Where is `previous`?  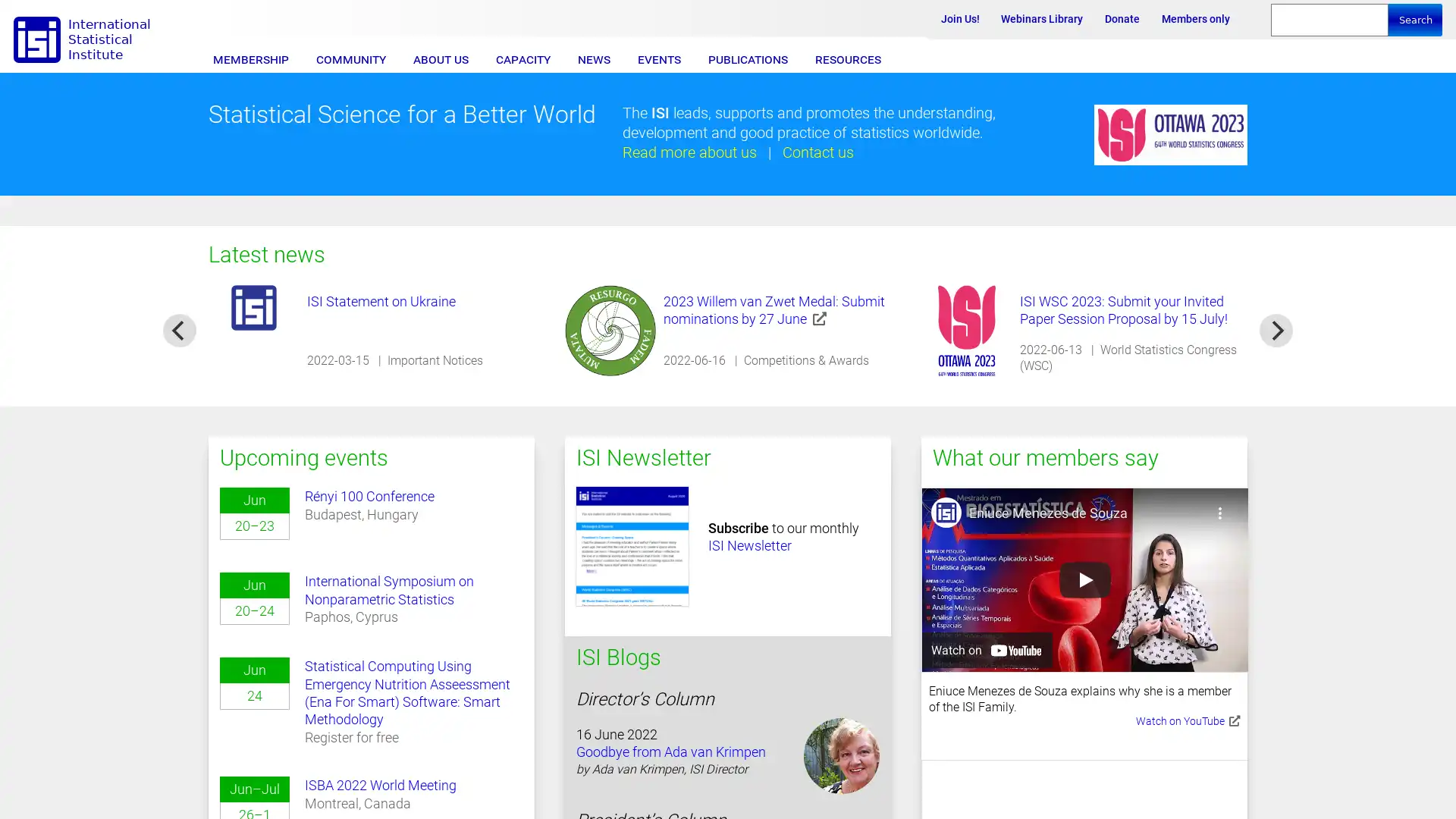
previous is located at coordinates (179, 329).